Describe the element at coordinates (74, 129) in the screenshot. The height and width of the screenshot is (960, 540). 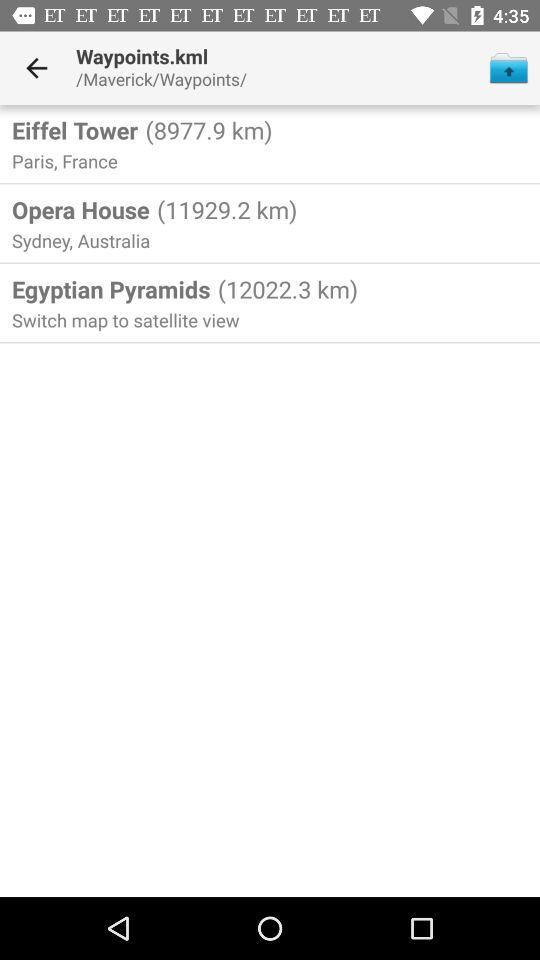
I see `item to the left of the  (8977.9 km)` at that location.